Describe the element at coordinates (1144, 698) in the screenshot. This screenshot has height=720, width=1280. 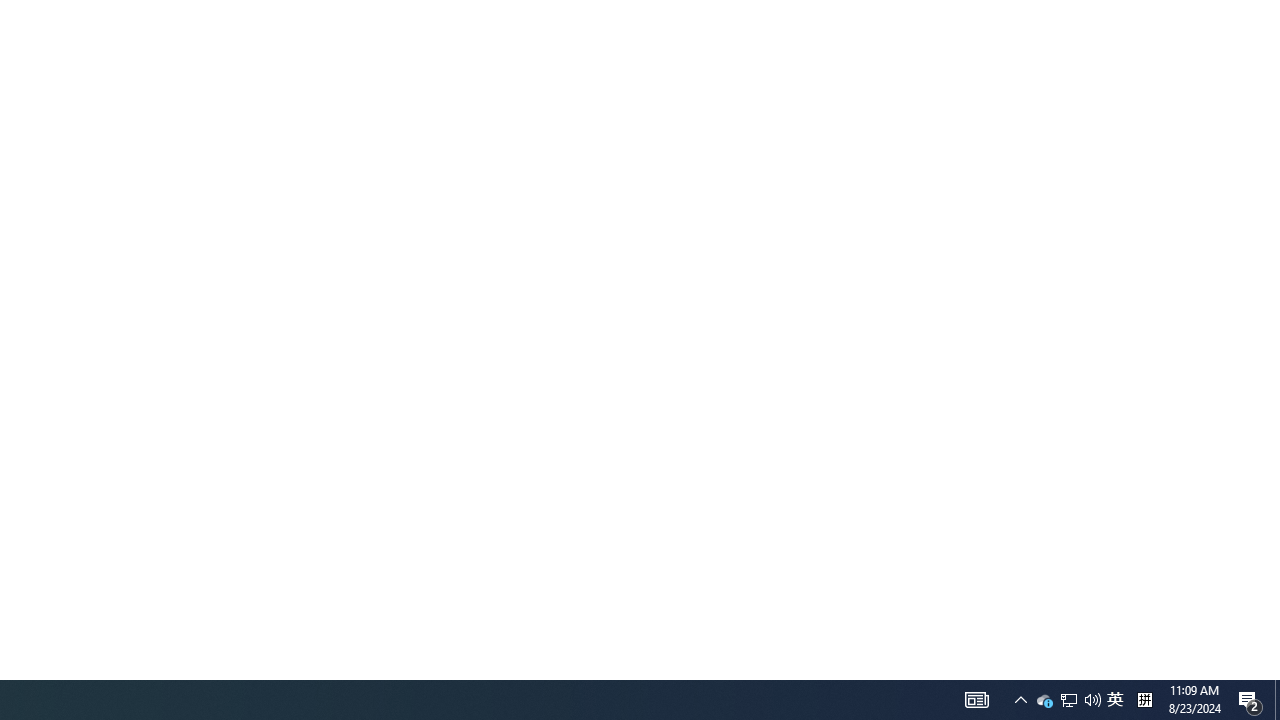
I see `'Tray Input Indicator - Chinese (Simplified, China)'` at that location.